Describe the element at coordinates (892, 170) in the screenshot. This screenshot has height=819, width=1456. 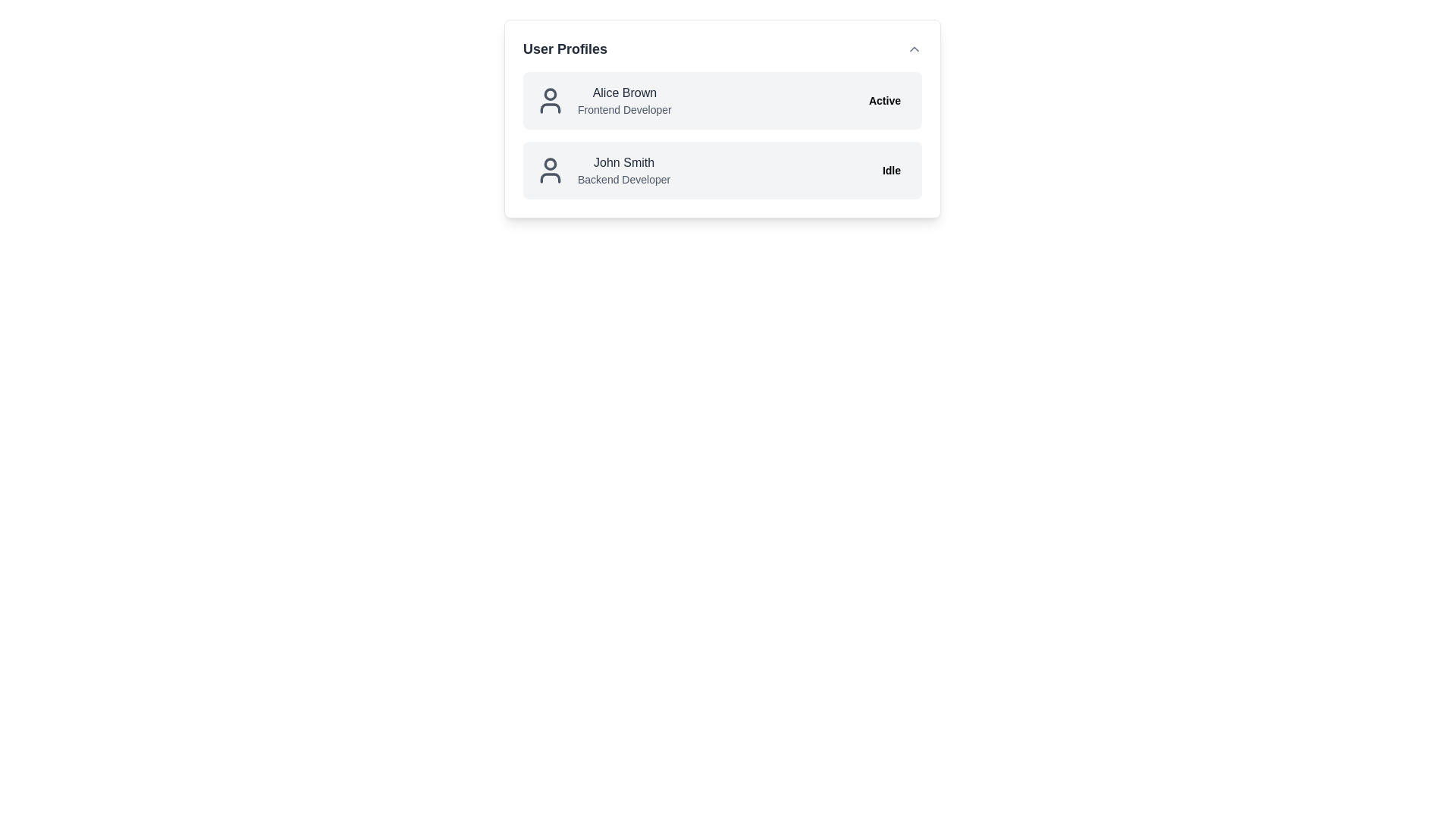
I see `status indicator badge for 'John Smith', which displays 'Idle' in bold with a yellow background` at that location.